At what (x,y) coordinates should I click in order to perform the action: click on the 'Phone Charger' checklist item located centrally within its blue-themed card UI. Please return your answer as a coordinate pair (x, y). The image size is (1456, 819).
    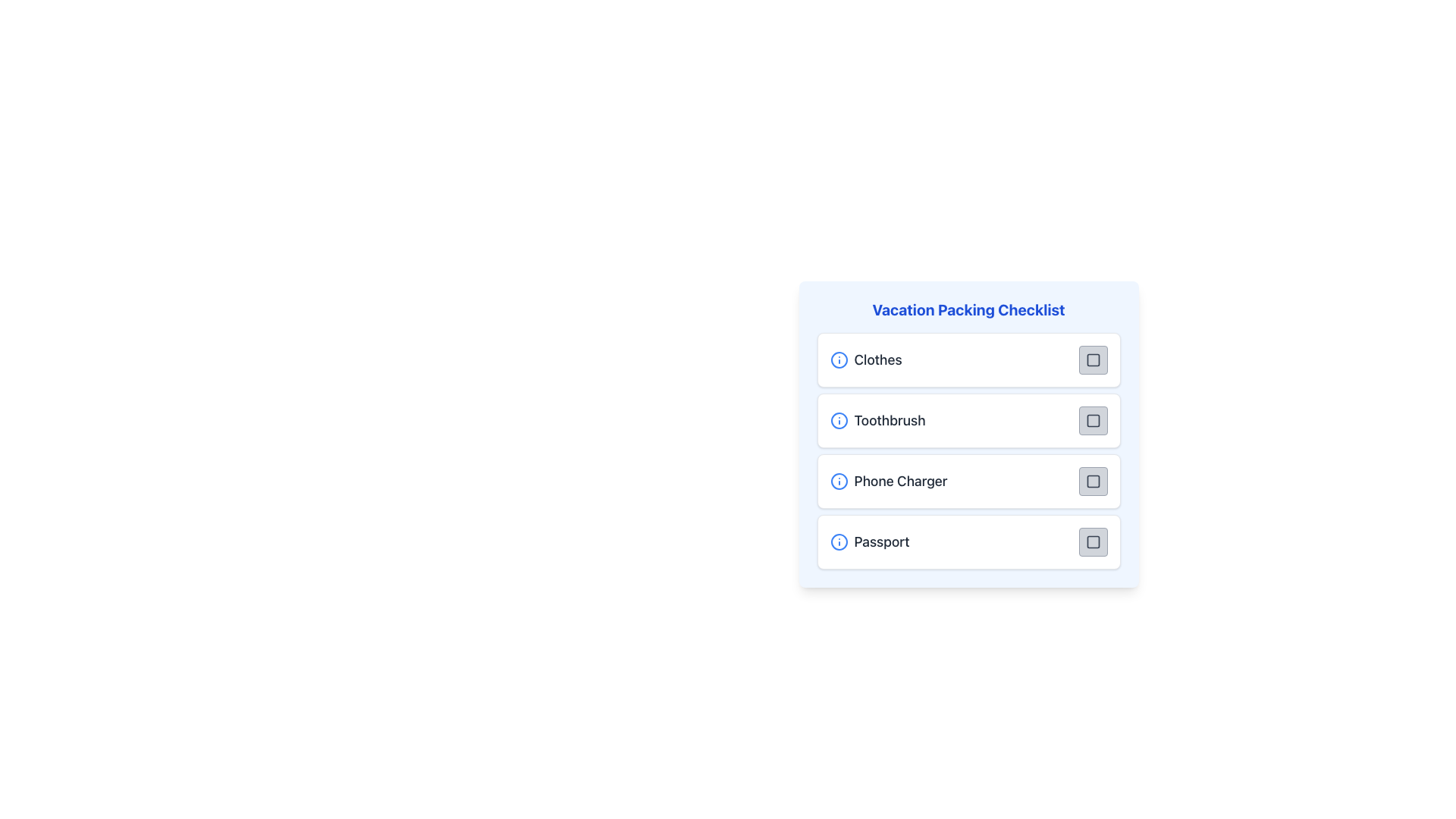
    Looking at the image, I should click on (968, 455).